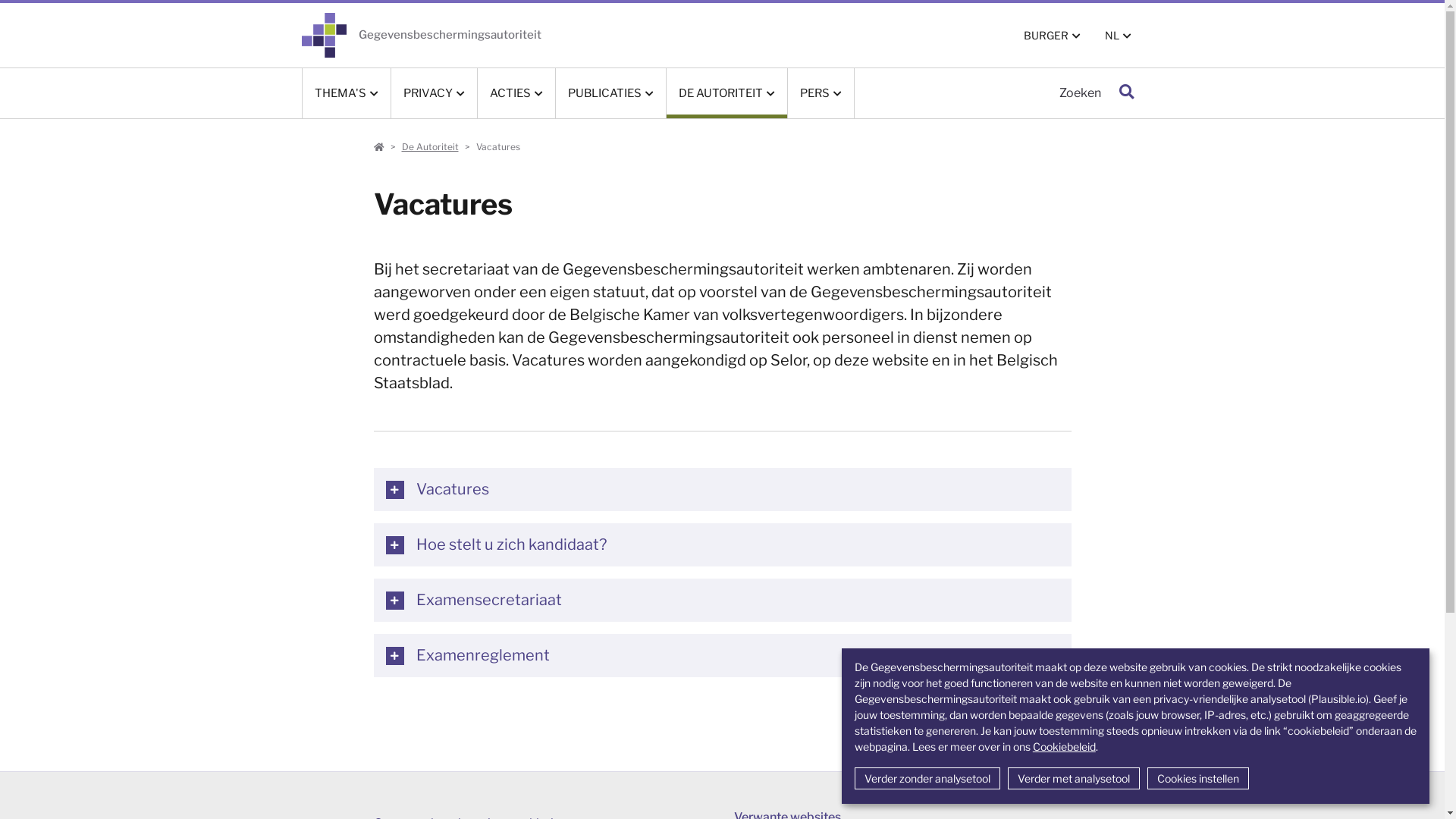 Image resolution: width=1456 pixels, height=819 pixels. I want to click on 'PRIVACY', so click(433, 93).